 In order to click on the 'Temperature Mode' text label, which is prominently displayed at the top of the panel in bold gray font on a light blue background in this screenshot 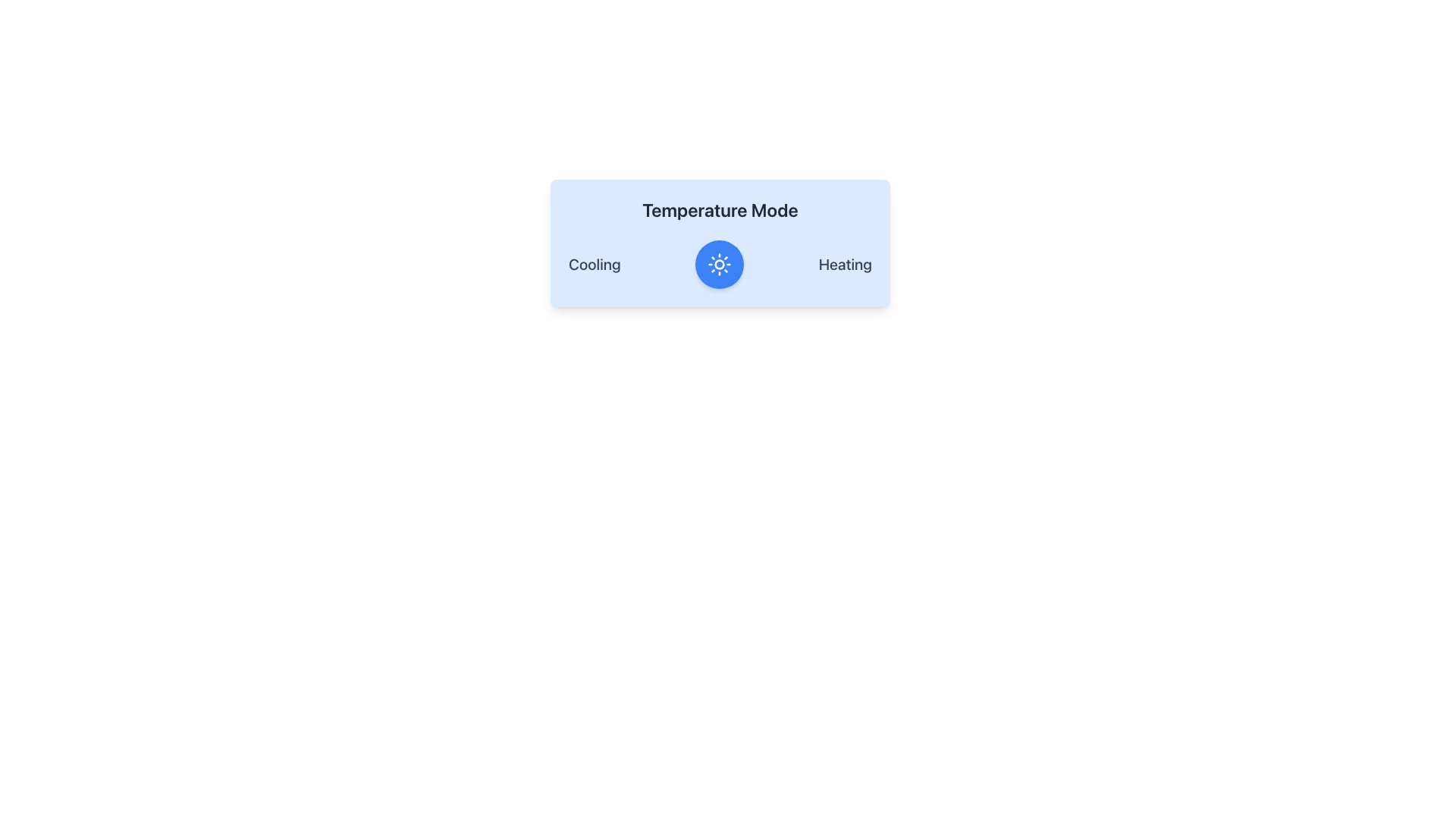, I will do `click(720, 210)`.